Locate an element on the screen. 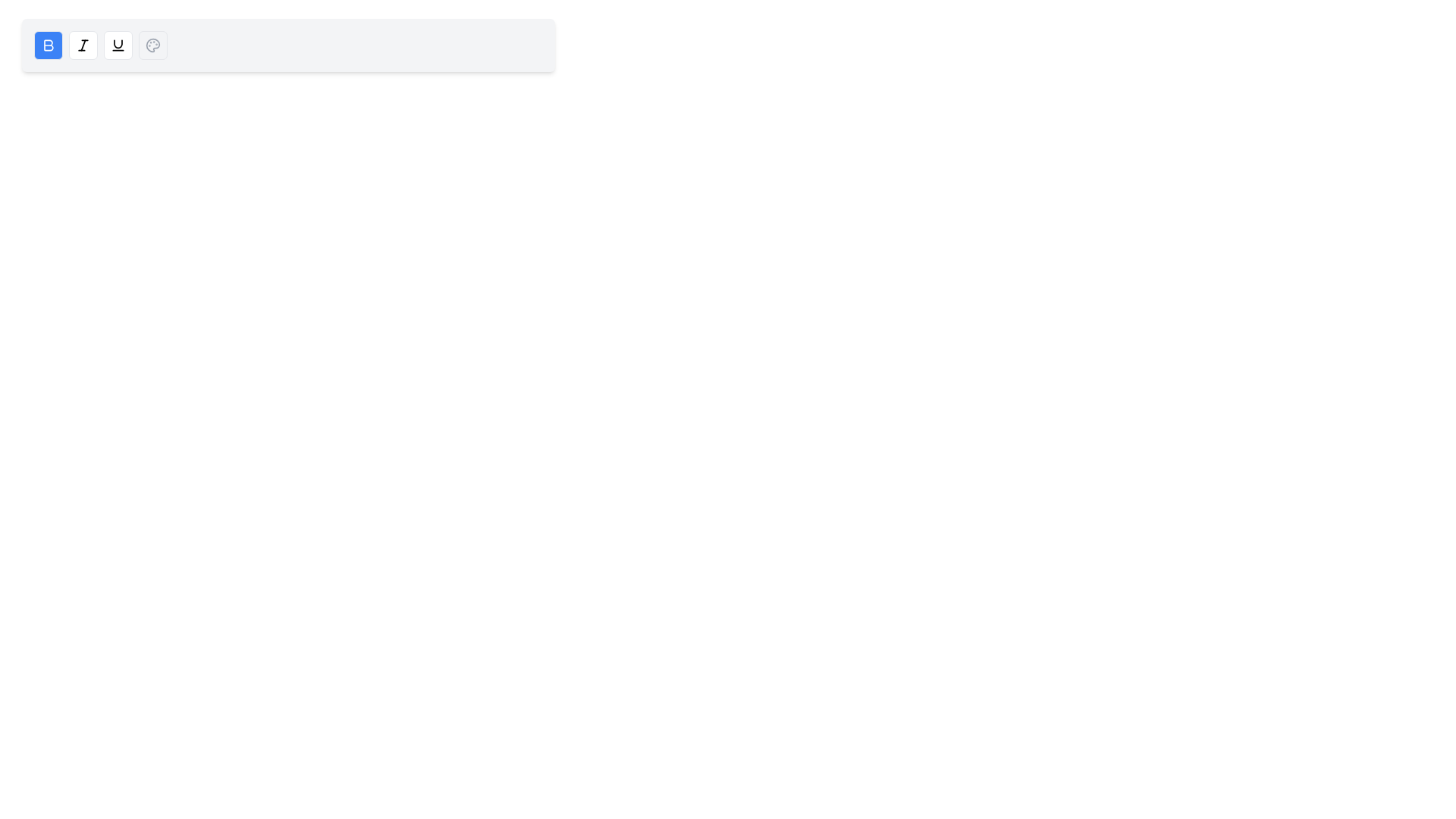 The height and width of the screenshot is (819, 1456). the italic formatting button, which is a rectangular button with a centered black italic 'I' glyph, located at the top left of the interface is located at coordinates (83, 45).